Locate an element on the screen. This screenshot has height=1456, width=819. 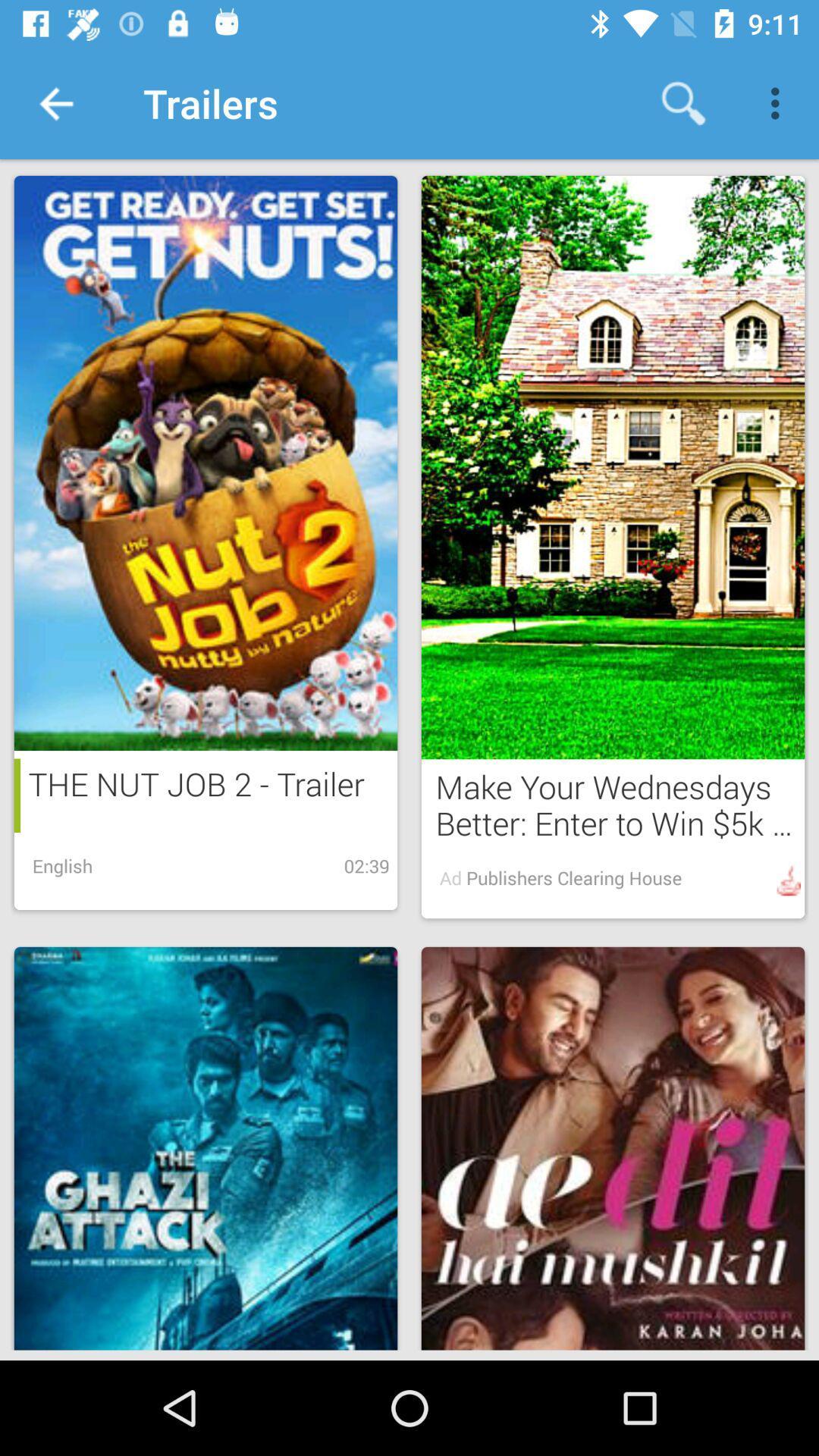
the icon next to the trailers  app is located at coordinates (55, 102).